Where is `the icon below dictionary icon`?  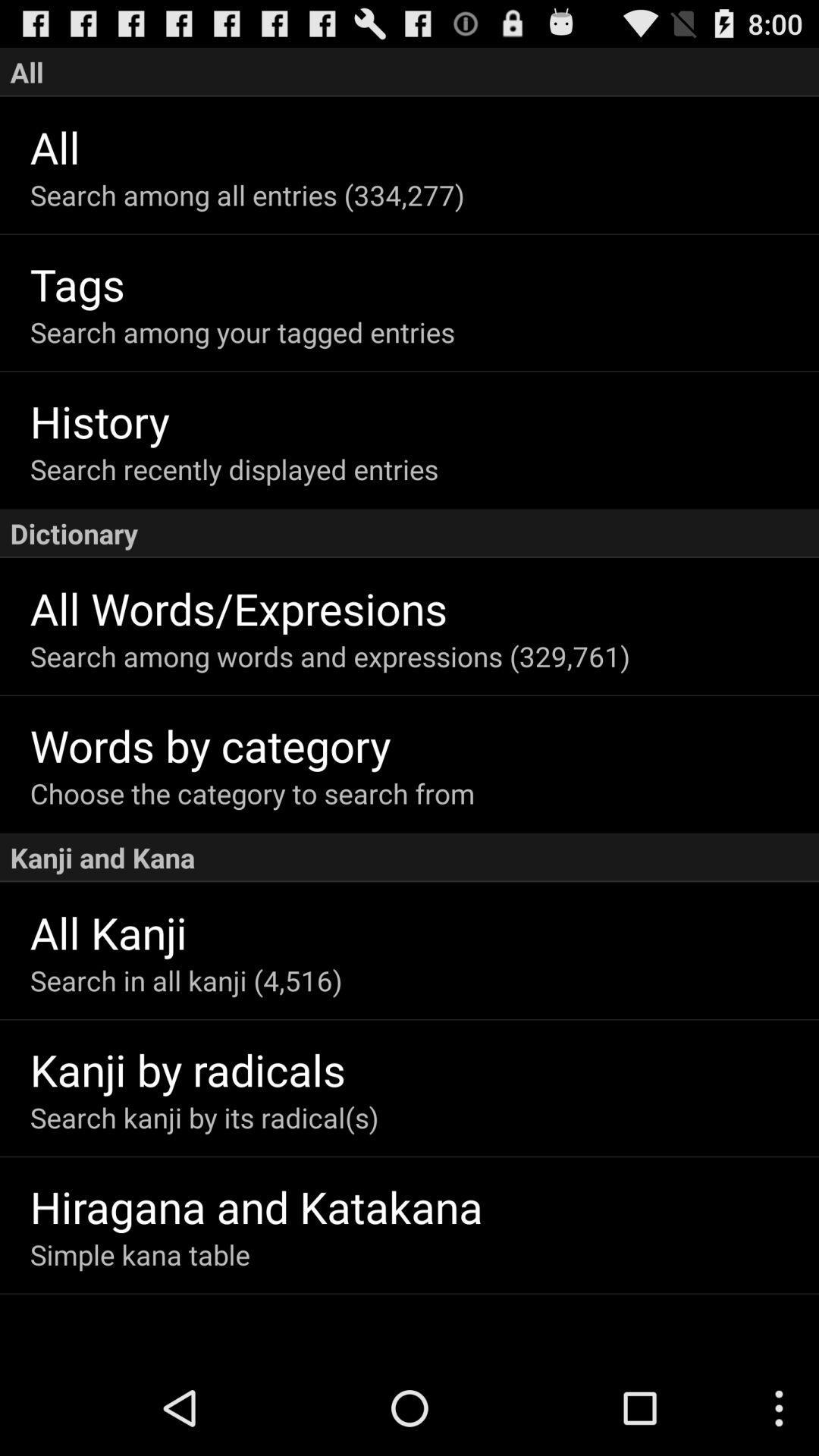
the icon below dictionary icon is located at coordinates (424, 608).